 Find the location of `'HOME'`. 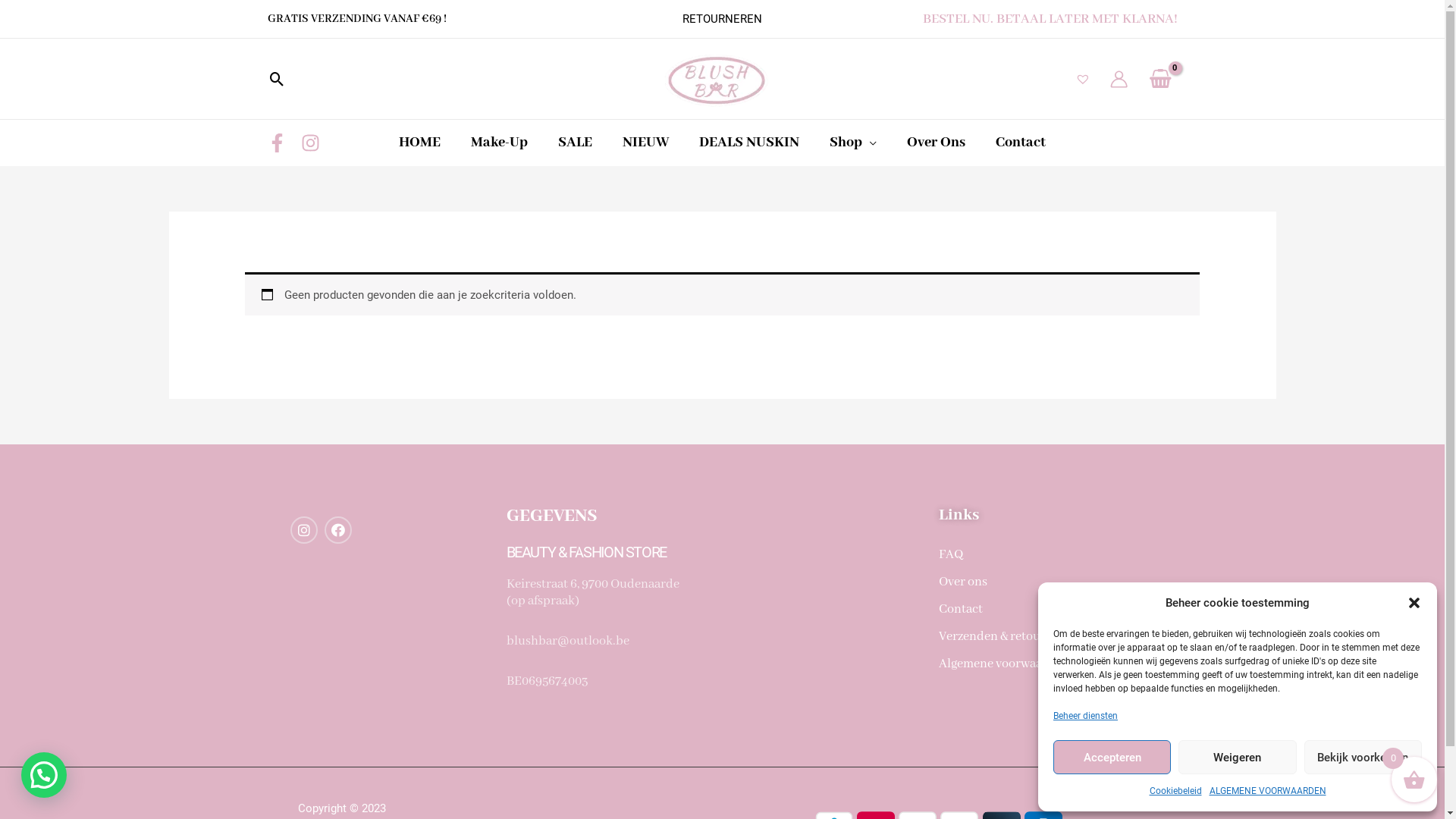

'HOME' is located at coordinates (419, 143).